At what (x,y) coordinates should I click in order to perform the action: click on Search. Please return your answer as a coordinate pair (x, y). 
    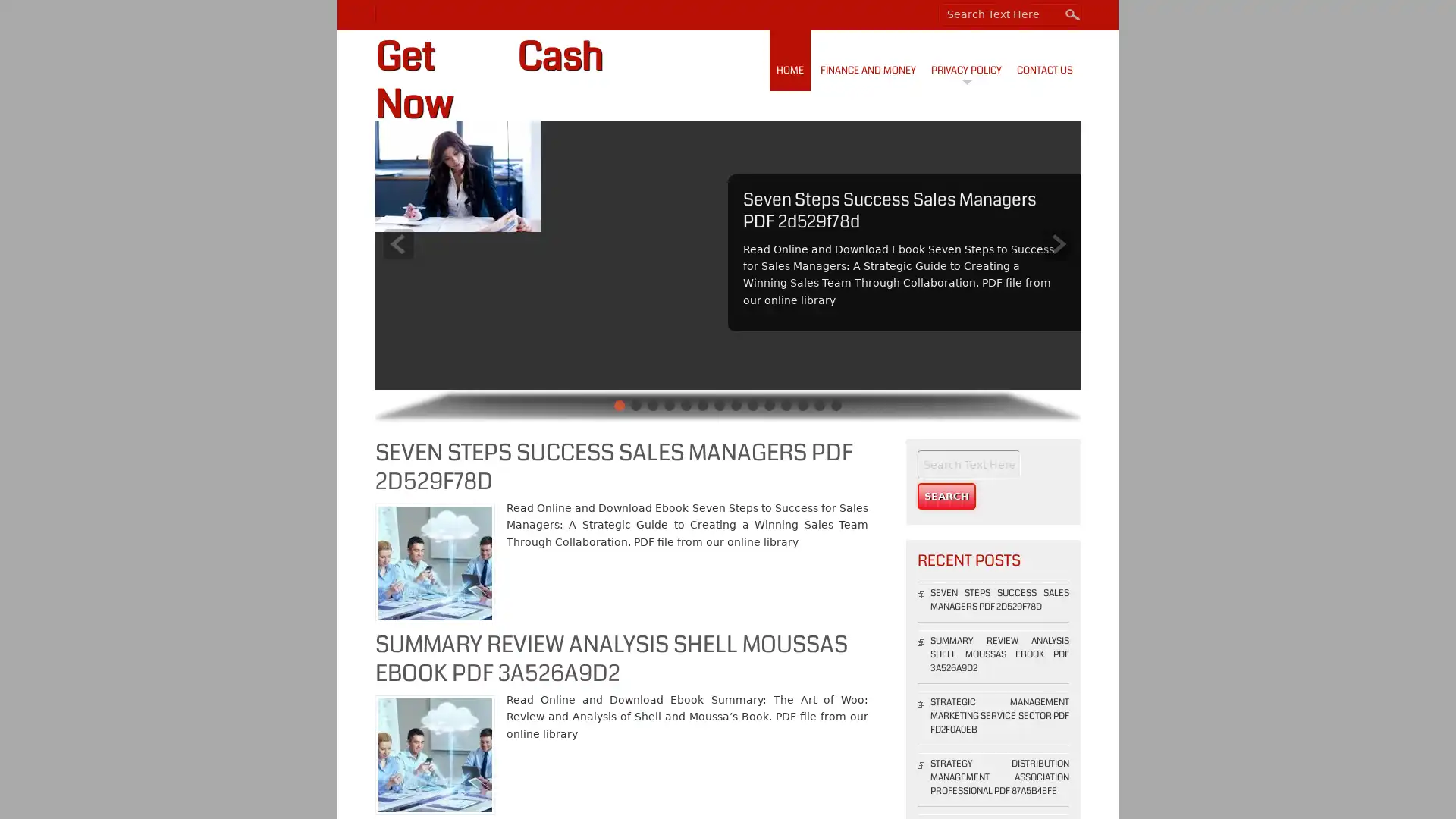
    Looking at the image, I should click on (946, 496).